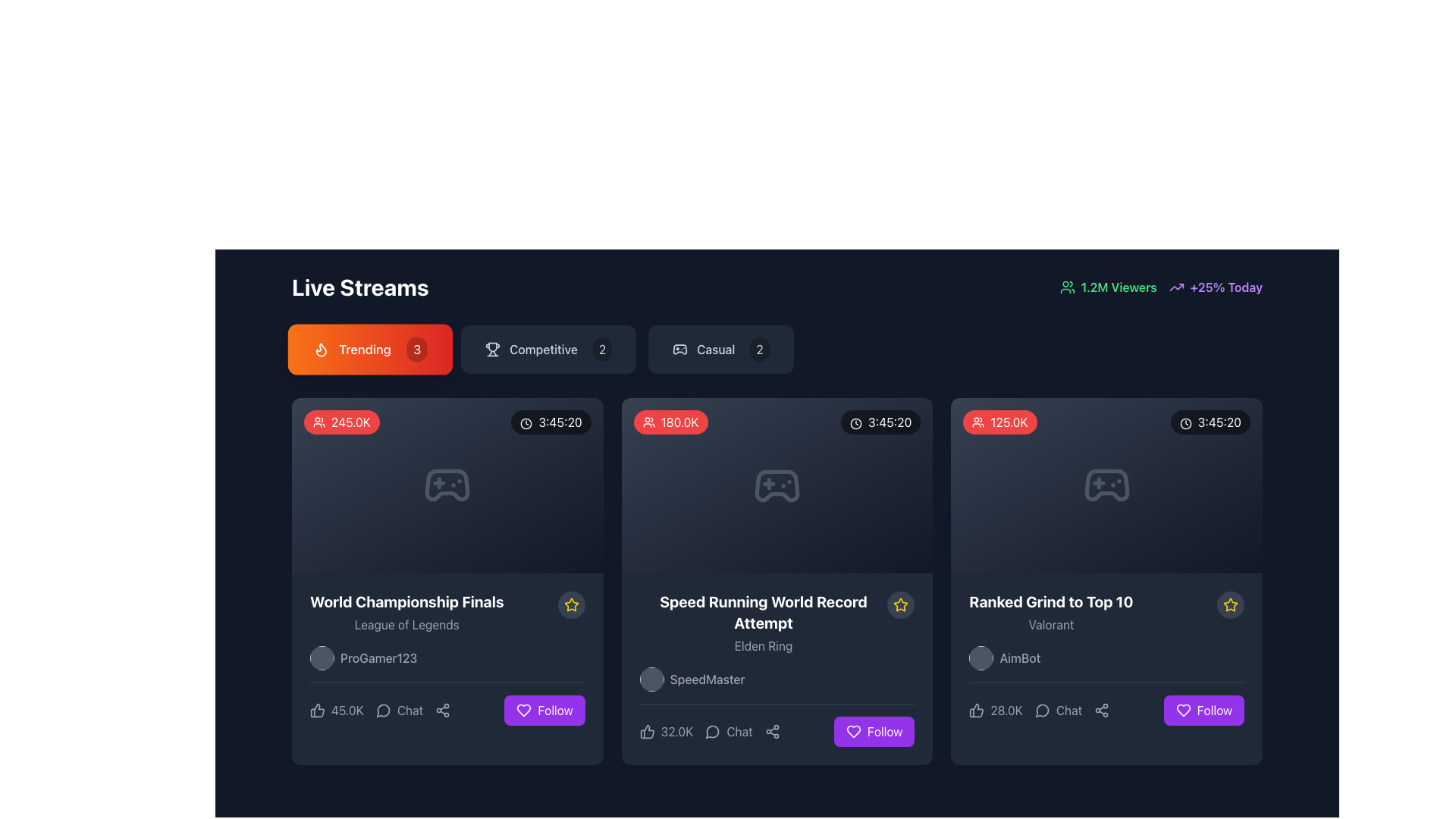 This screenshot has width=1456, height=819. What do you see at coordinates (370, 350) in the screenshot?
I see `the 'Trending' button located under the 'Live Streams' header` at bounding box center [370, 350].